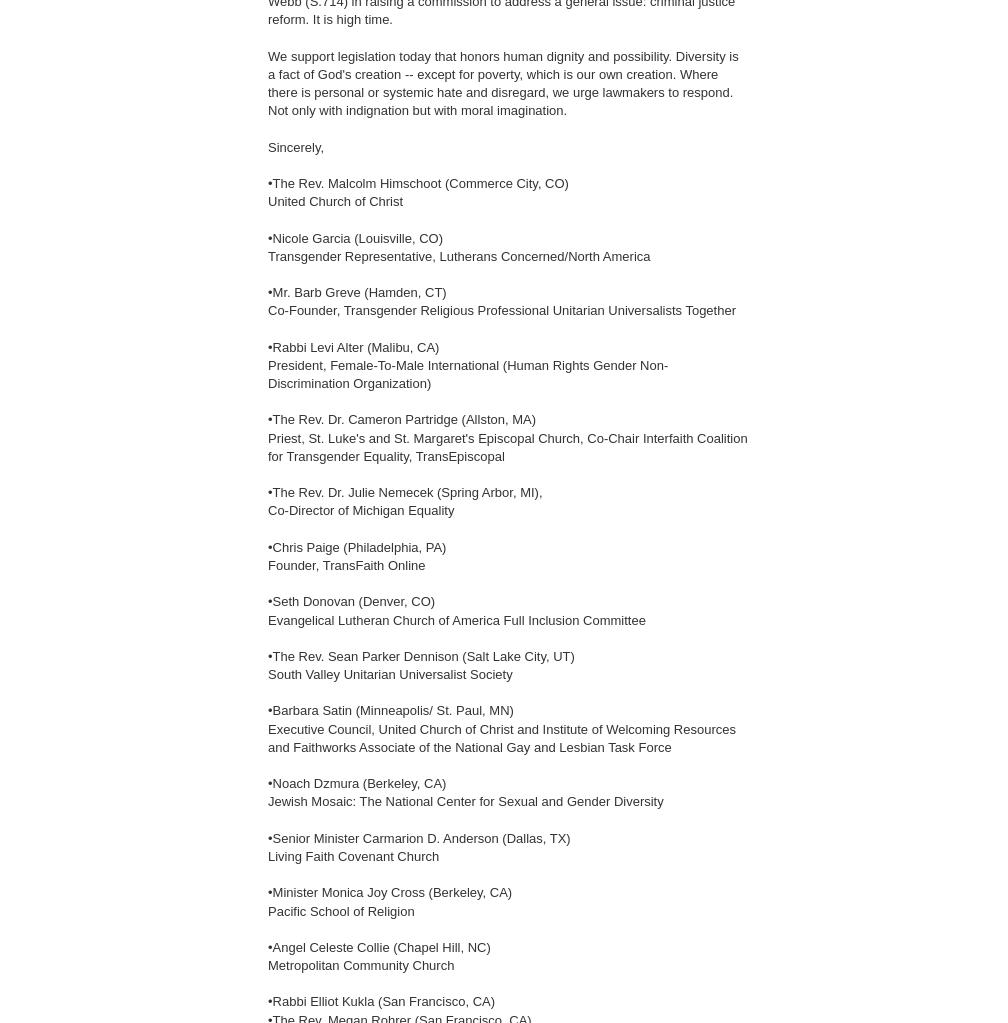 Image resolution: width=1008 pixels, height=1023 pixels. I want to click on '•Senior Minister Carmarion D. Anderson (Dallas, TX)', so click(419, 836).